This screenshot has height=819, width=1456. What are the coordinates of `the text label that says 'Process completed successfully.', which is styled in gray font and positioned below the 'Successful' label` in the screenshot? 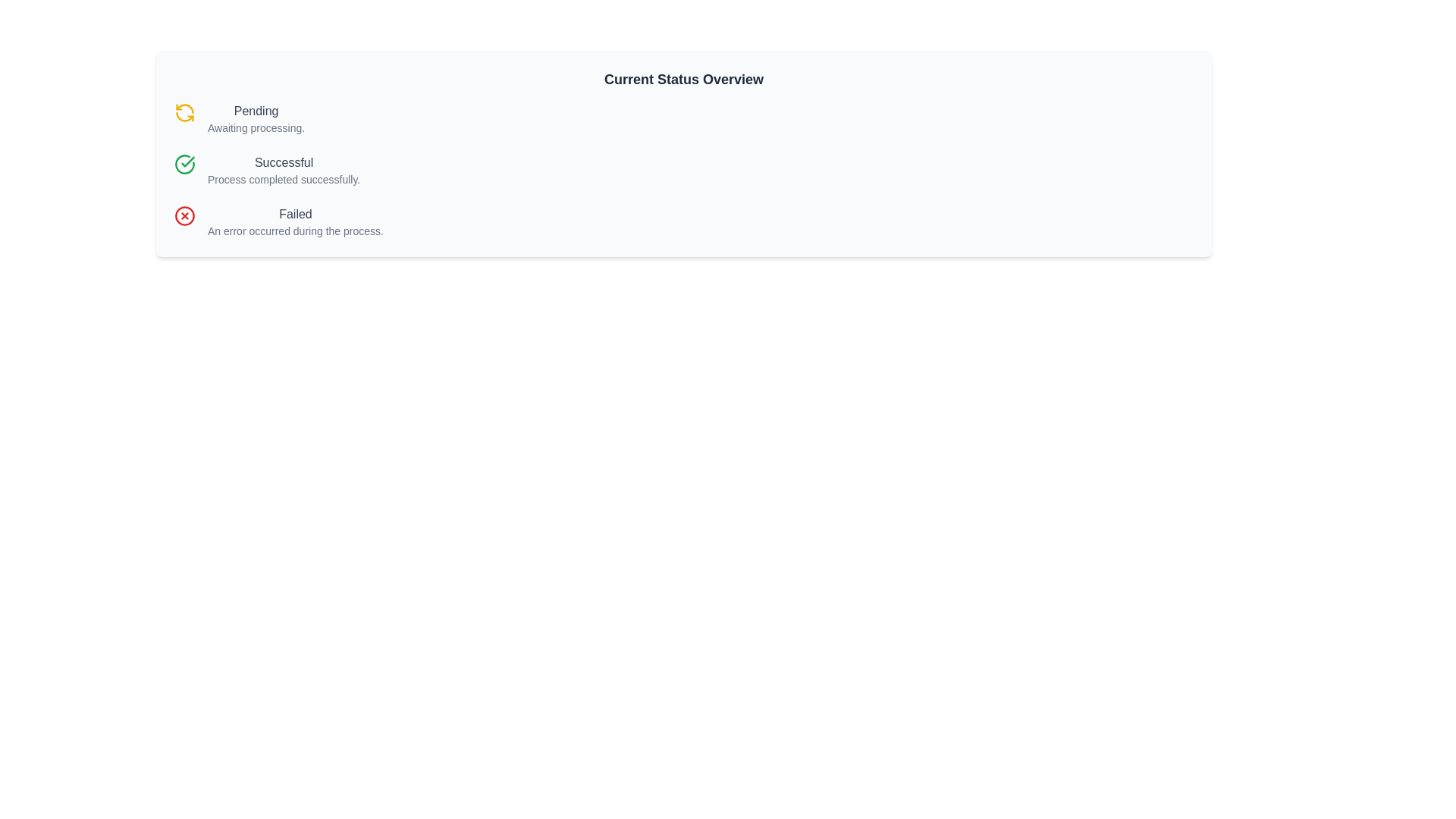 It's located at (284, 178).